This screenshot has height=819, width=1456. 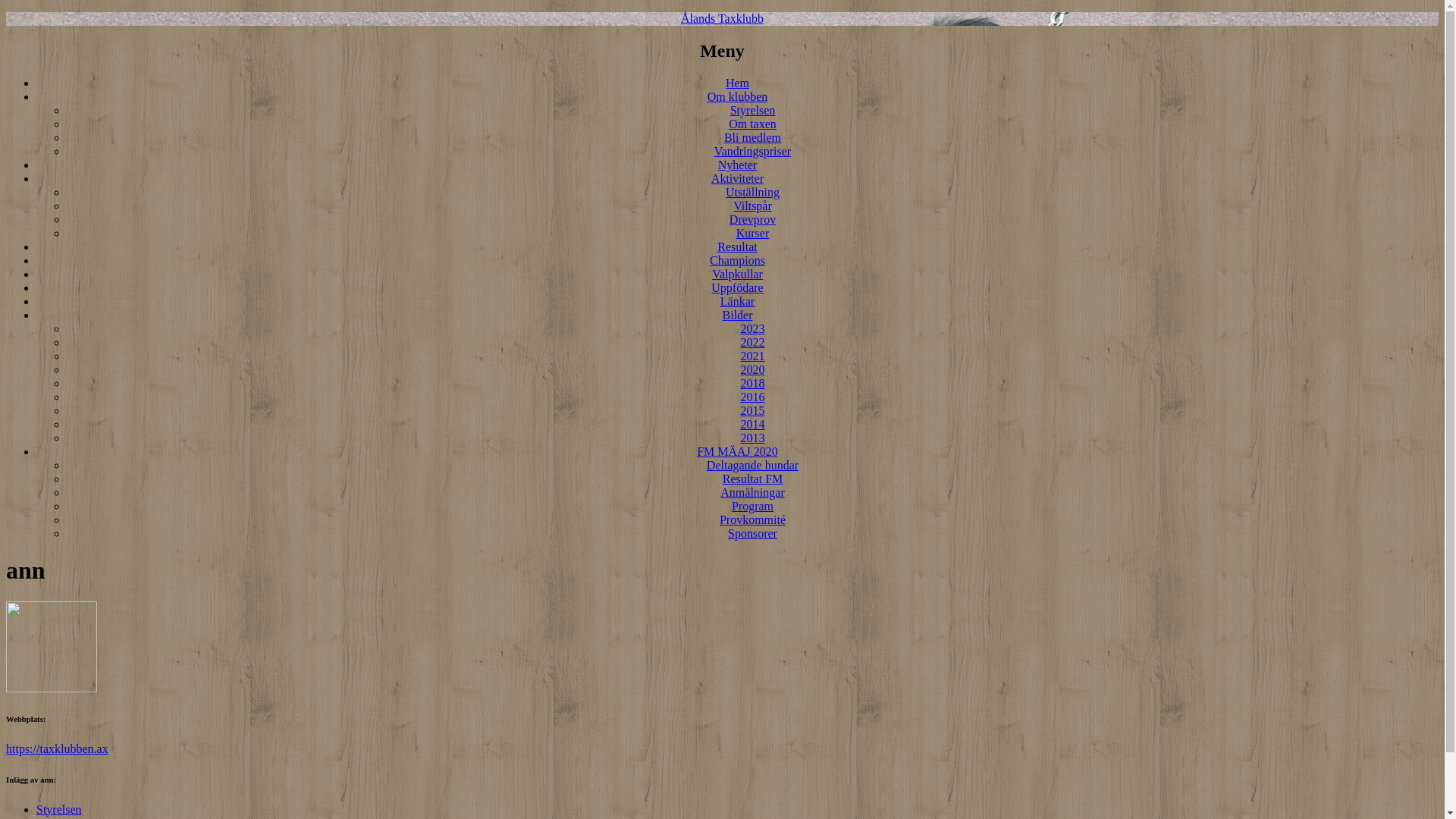 What do you see at coordinates (752, 369) in the screenshot?
I see `'2020'` at bounding box center [752, 369].